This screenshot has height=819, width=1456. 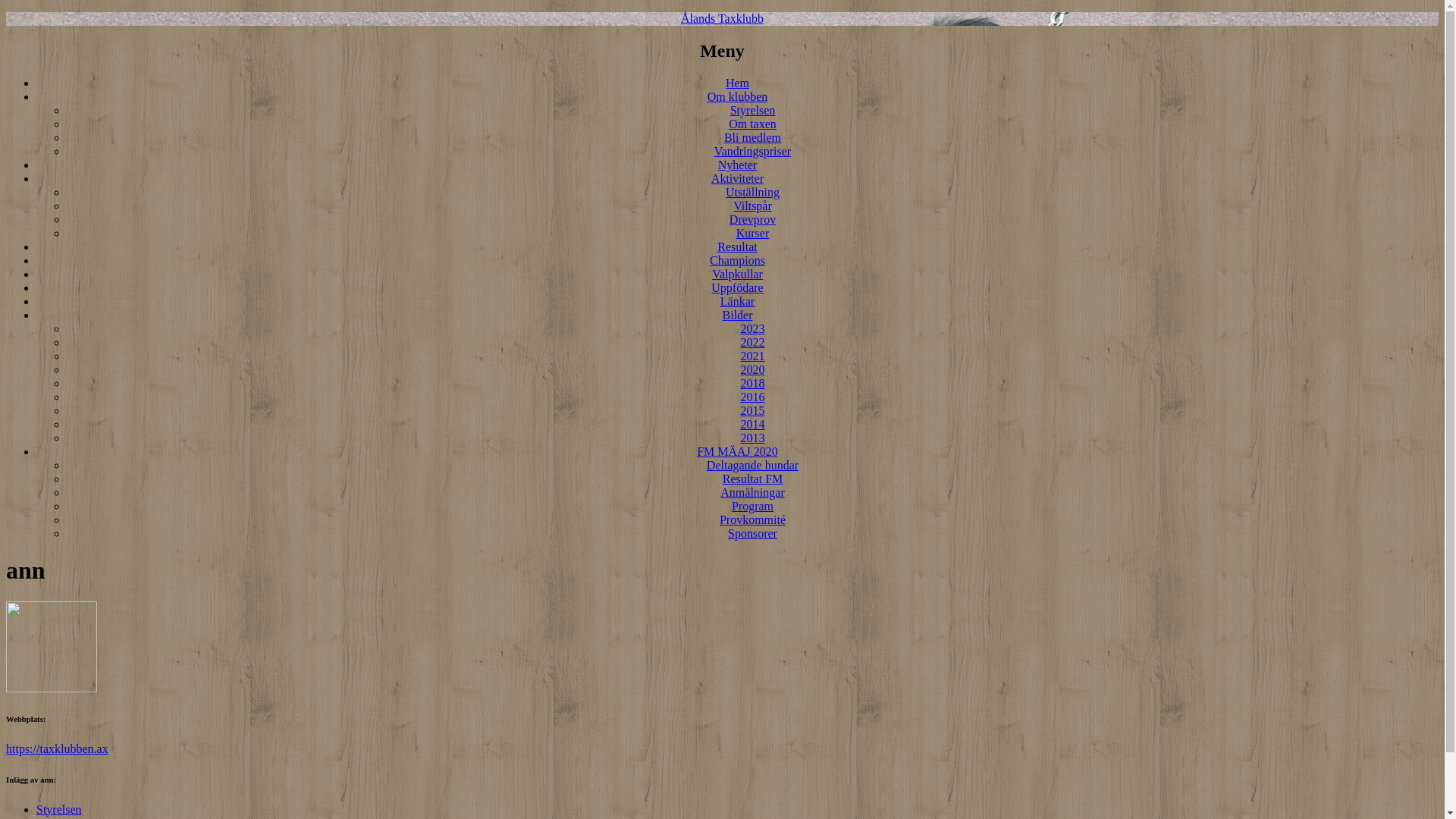 What do you see at coordinates (752, 369) in the screenshot?
I see `'2020'` at bounding box center [752, 369].